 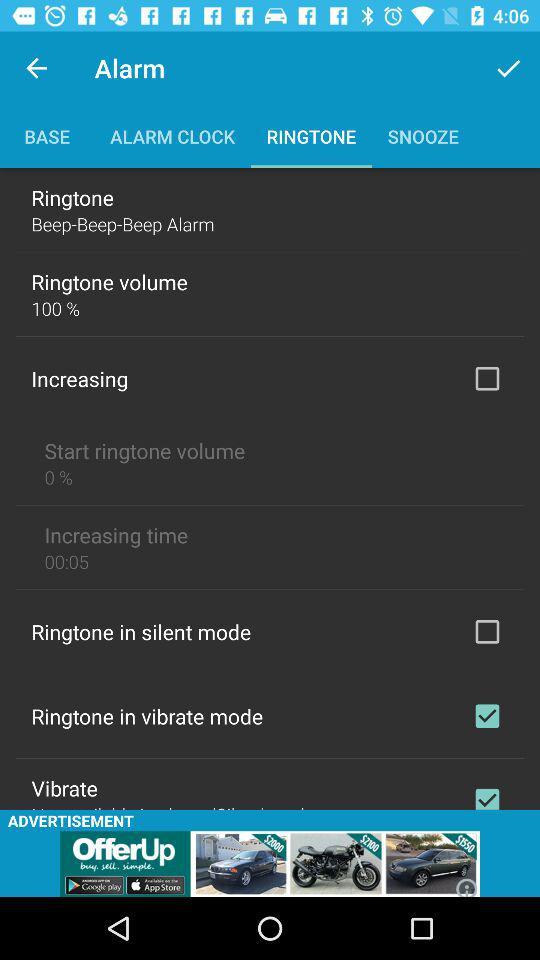 What do you see at coordinates (270, 863) in the screenshot?
I see `click on advertisement` at bounding box center [270, 863].